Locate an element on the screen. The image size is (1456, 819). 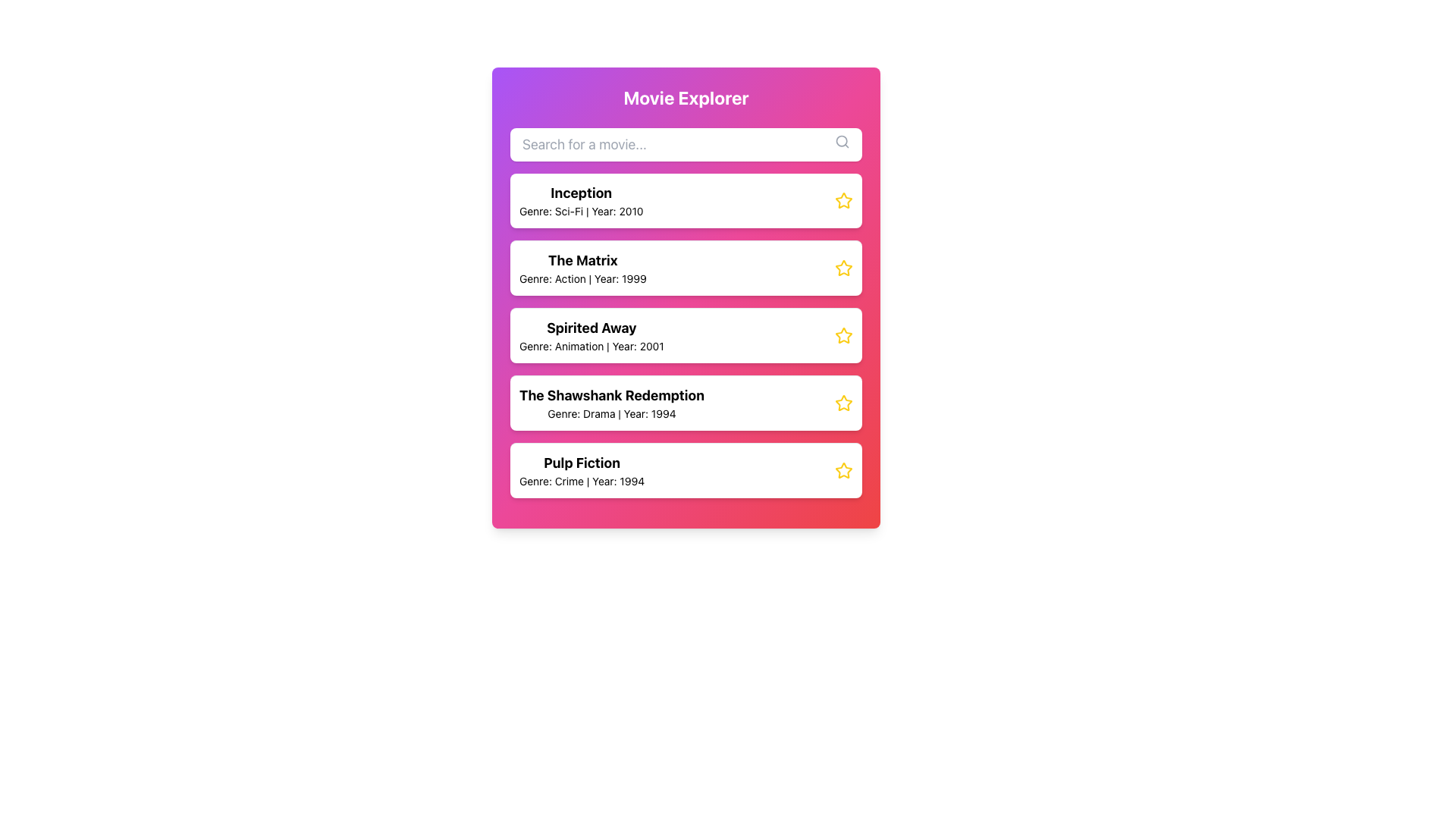
the central circular part of the search icon, which is an SVG circle element representing the lens of the magnifying glass, located in the top-right corner of the search bar labeled 'Search for a movie...' is located at coordinates (841, 141).